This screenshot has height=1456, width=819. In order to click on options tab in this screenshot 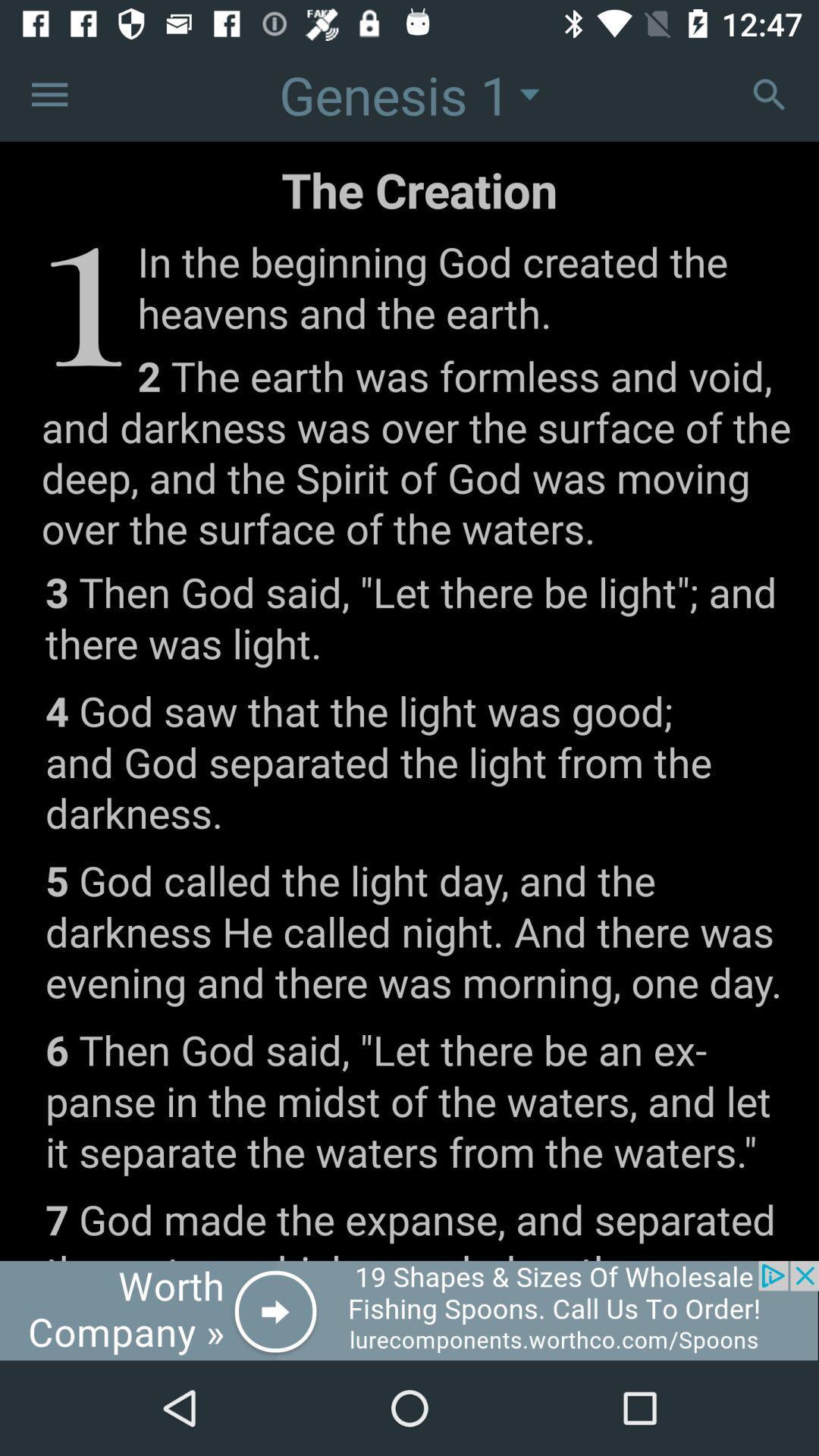, I will do `click(49, 93)`.